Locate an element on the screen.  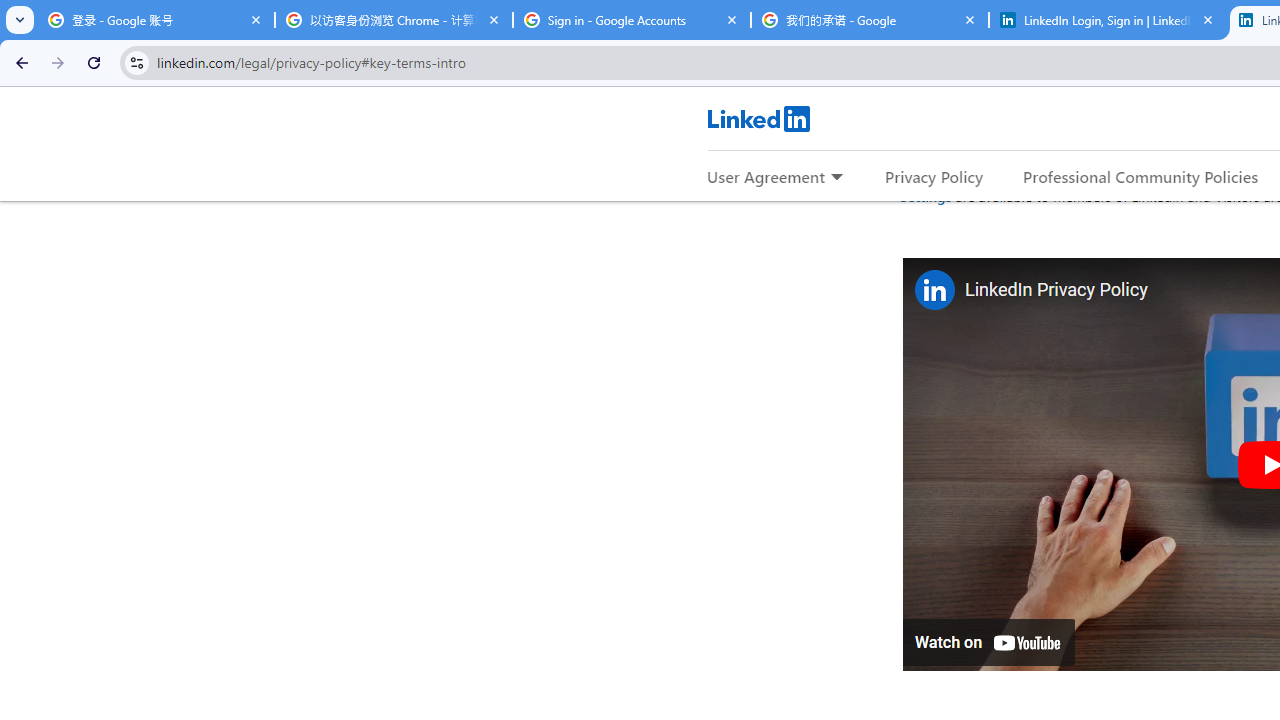
'Photo image of LinkedIn' is located at coordinates (933, 289).